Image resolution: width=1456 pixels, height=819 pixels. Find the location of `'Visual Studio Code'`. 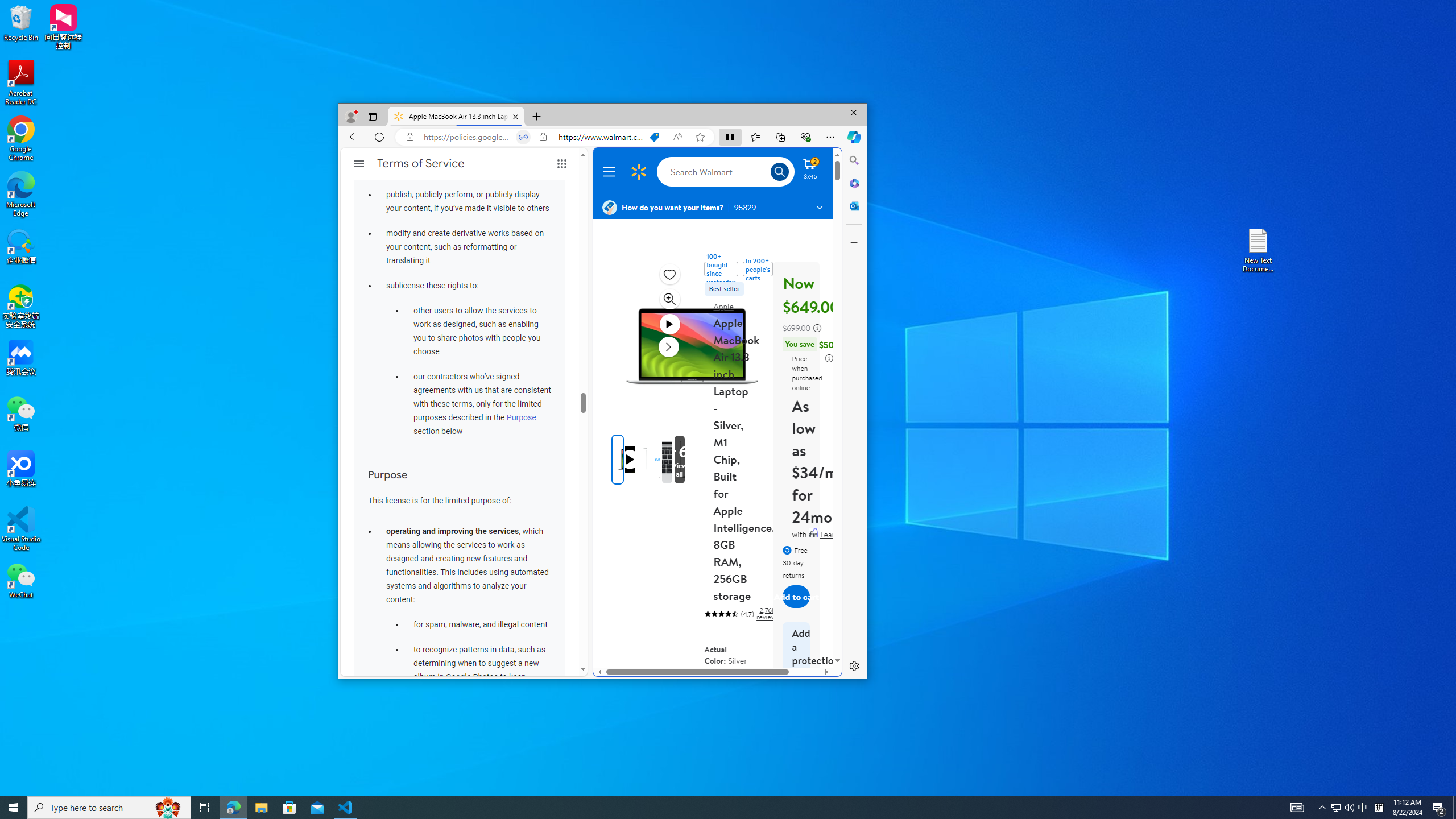

'Visual Studio Code' is located at coordinates (20, 528).